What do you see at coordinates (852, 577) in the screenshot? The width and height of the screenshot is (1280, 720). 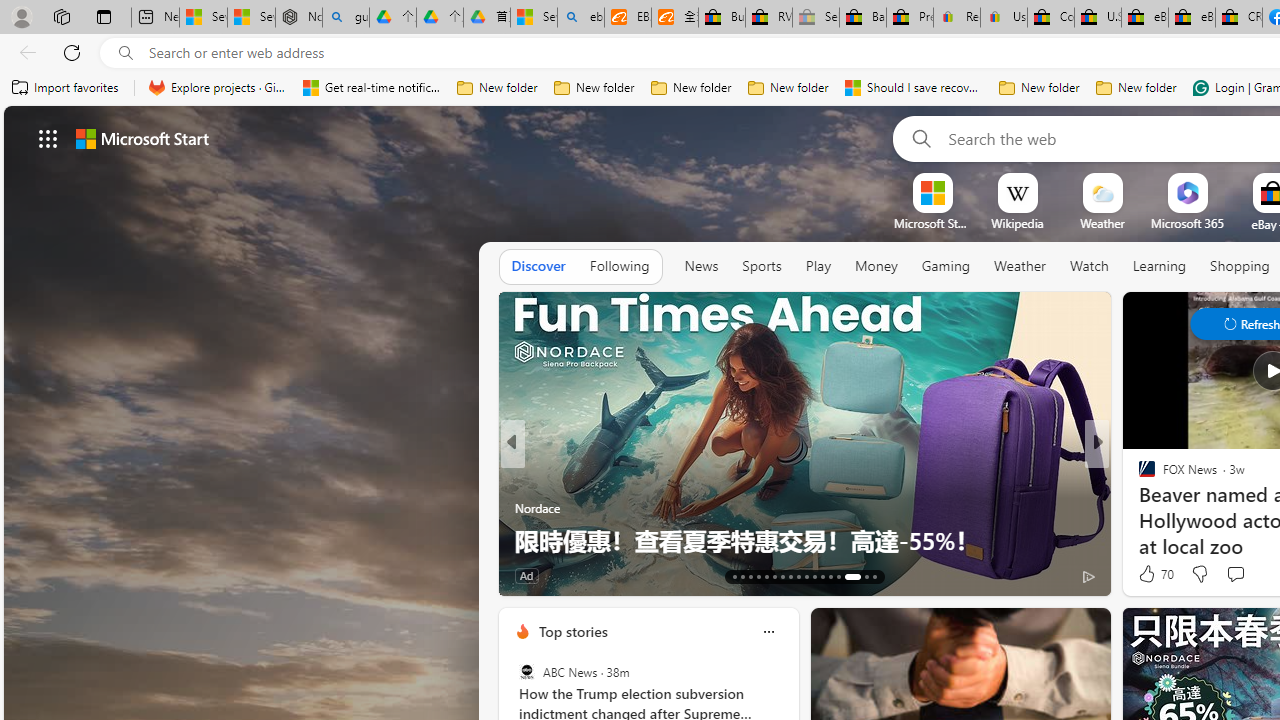 I see `'AutomationID: tab-33'` at bounding box center [852, 577].